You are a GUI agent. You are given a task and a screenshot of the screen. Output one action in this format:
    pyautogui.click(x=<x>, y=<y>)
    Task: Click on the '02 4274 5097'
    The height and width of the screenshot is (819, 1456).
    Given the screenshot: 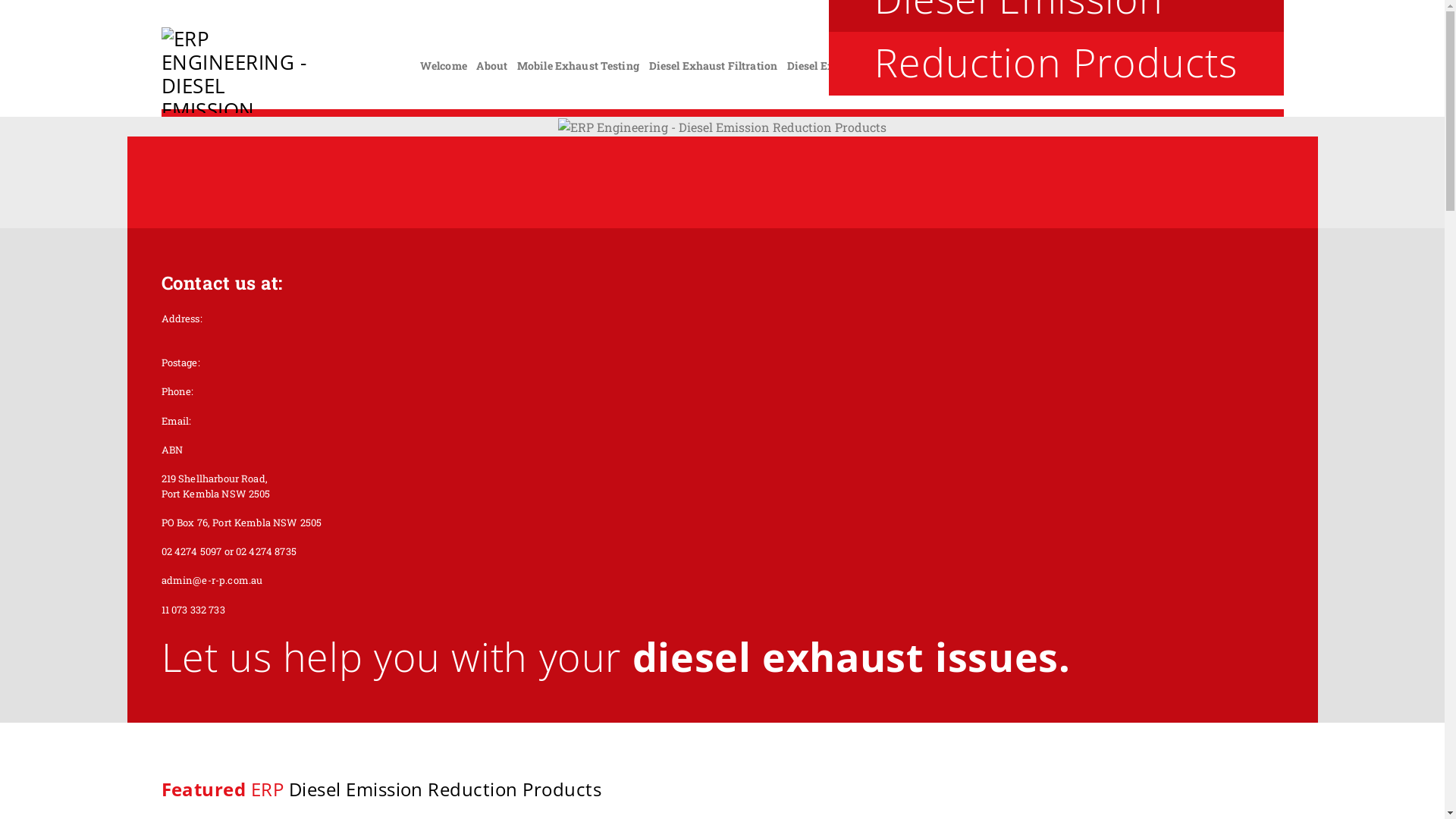 What is the action you would take?
    pyautogui.click(x=1236, y=37)
    